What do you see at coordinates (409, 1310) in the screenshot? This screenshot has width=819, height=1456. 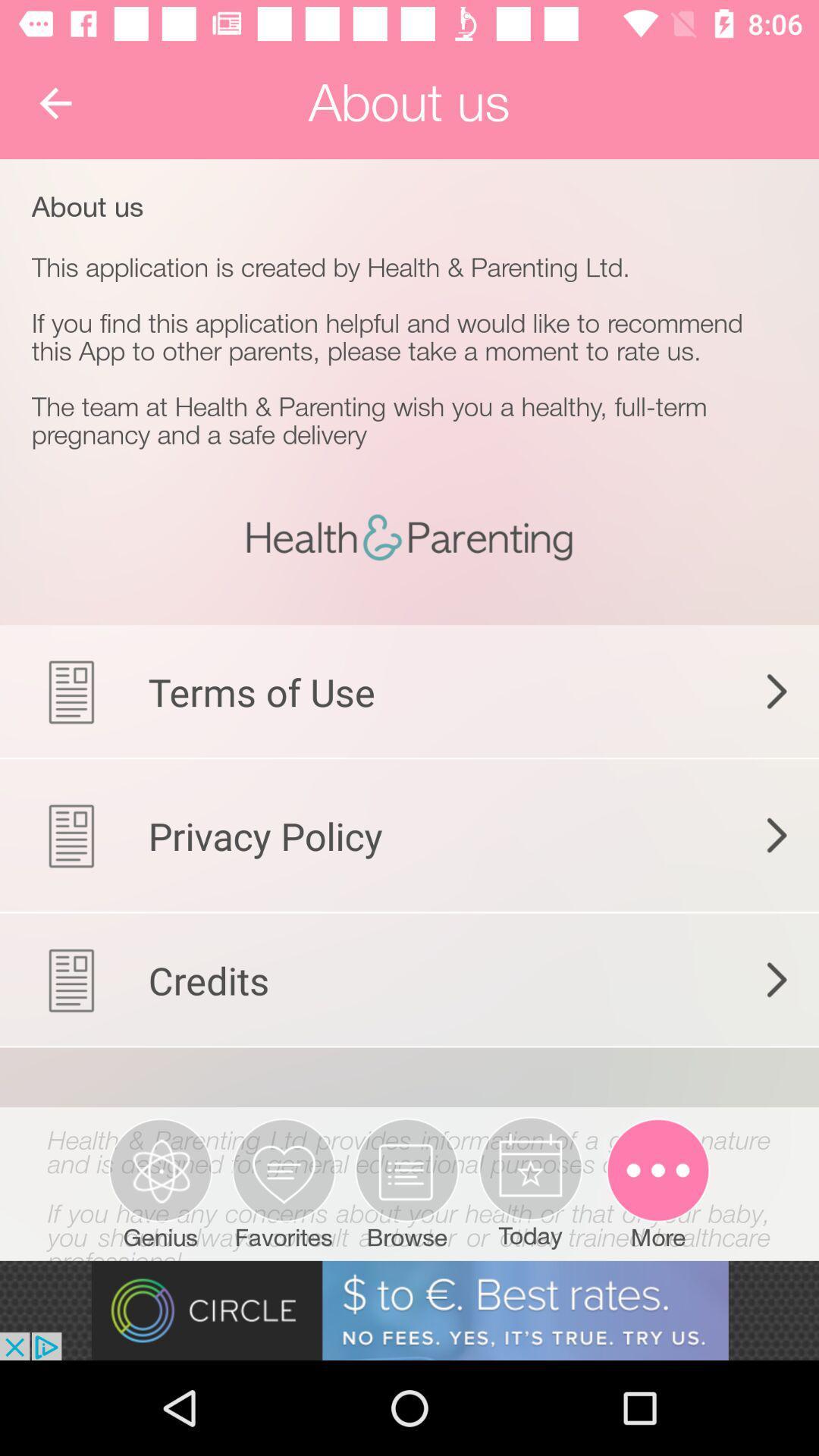 I see `adventisment page` at bounding box center [409, 1310].